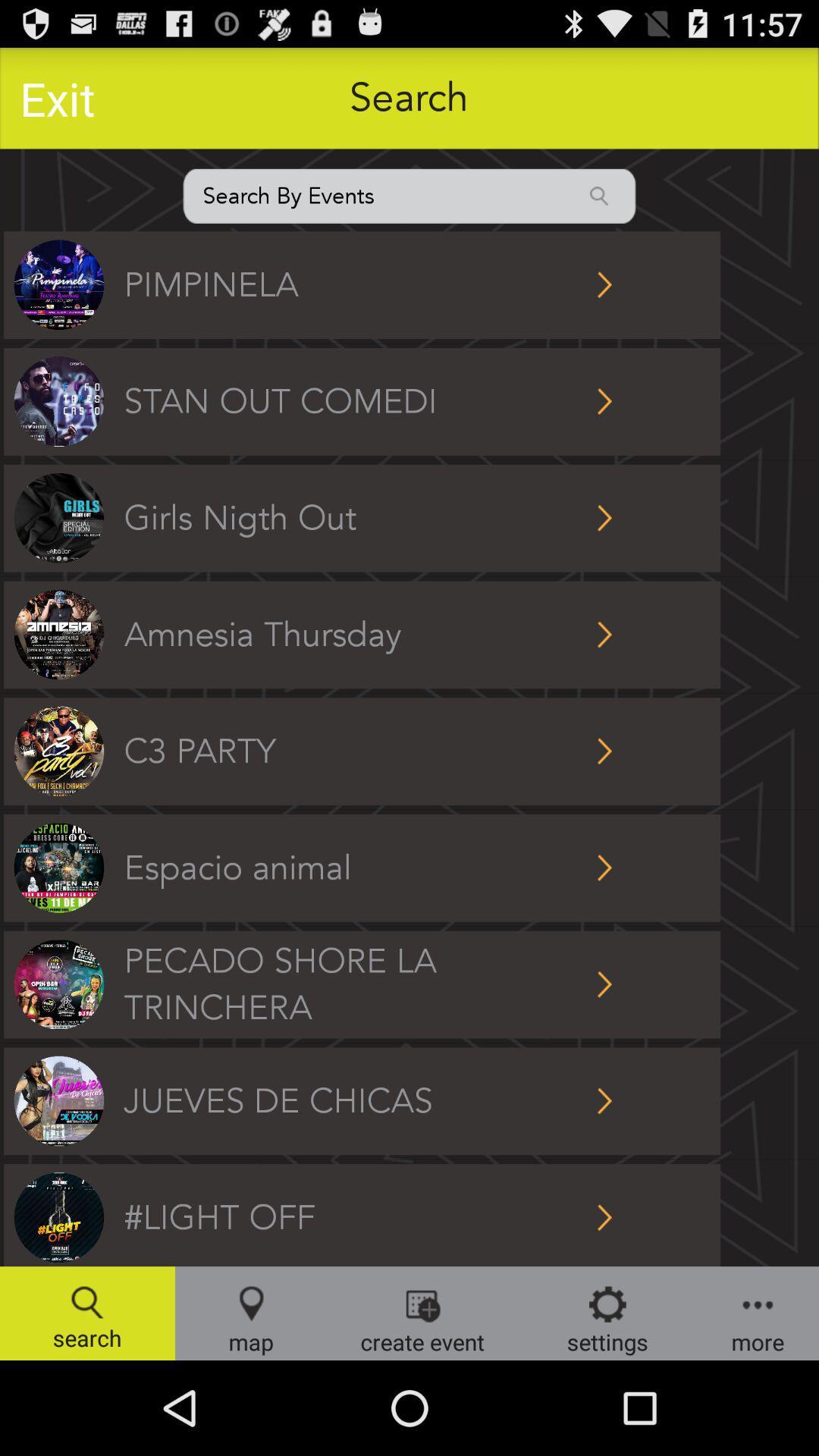 This screenshot has height=1456, width=819. Describe the element at coordinates (409, 195) in the screenshot. I see `search upcoming events` at that location.